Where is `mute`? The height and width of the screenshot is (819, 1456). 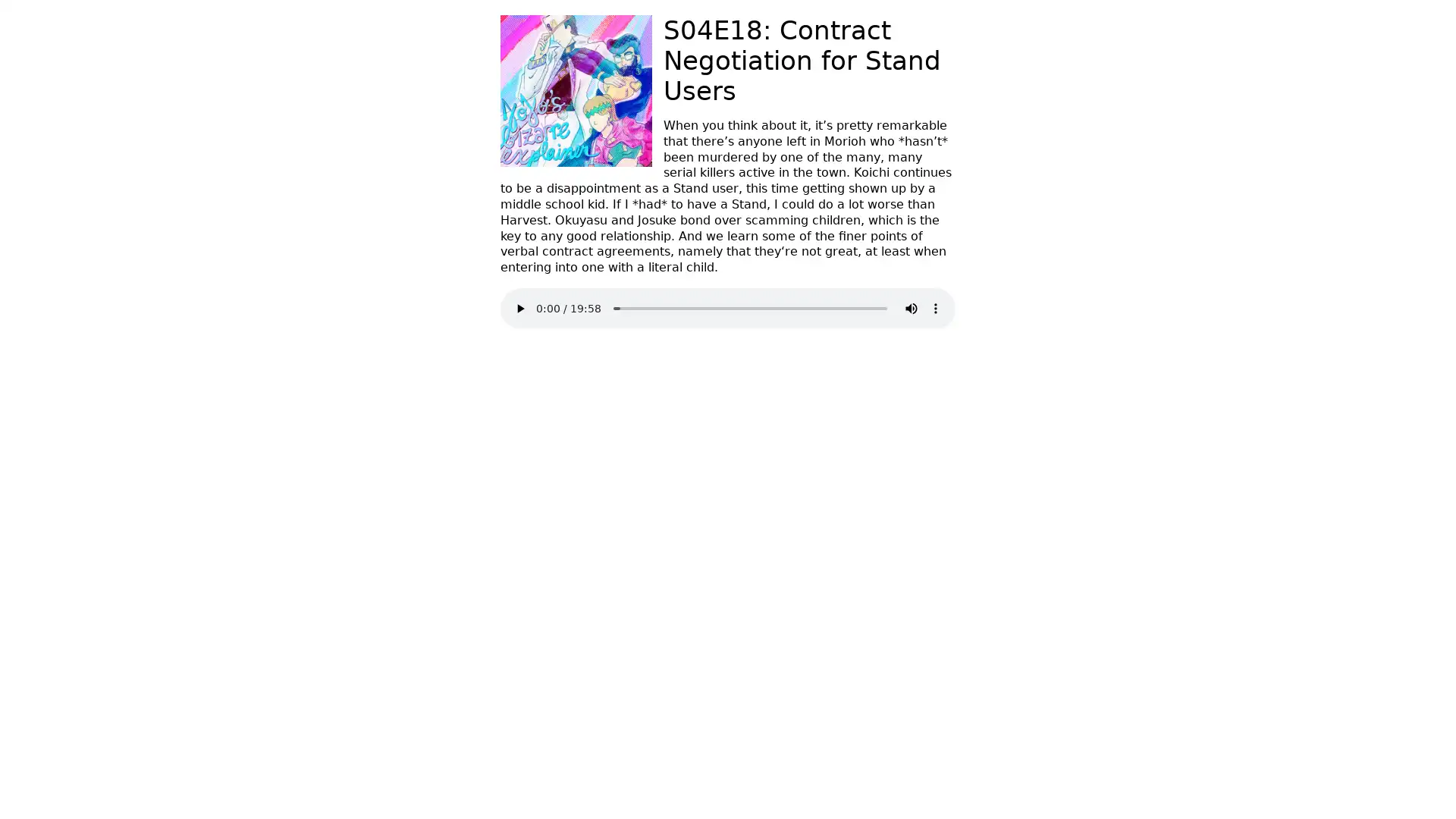 mute is located at coordinates (910, 307).